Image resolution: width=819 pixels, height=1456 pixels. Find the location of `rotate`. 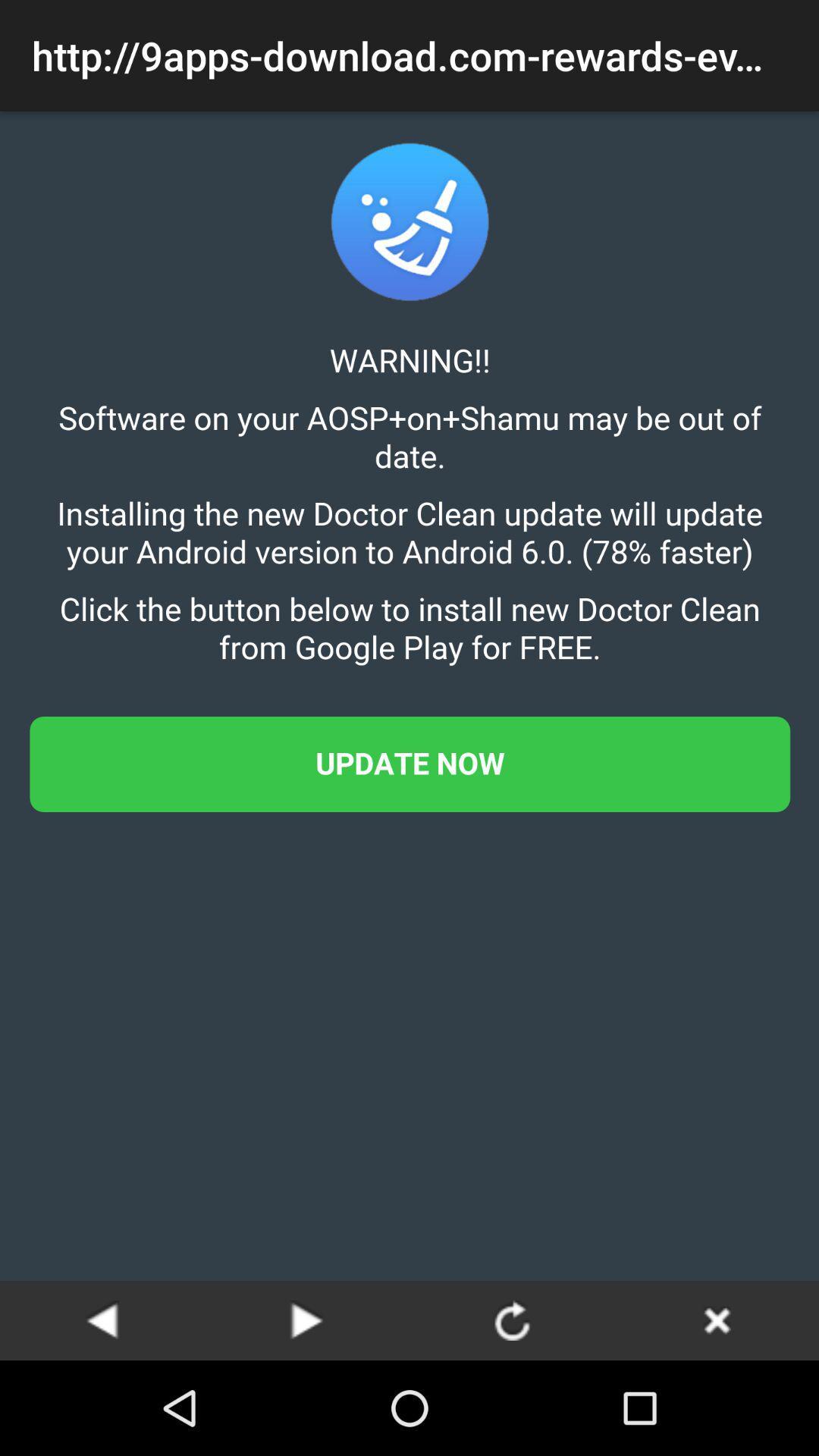

rotate is located at coordinates (512, 1319).